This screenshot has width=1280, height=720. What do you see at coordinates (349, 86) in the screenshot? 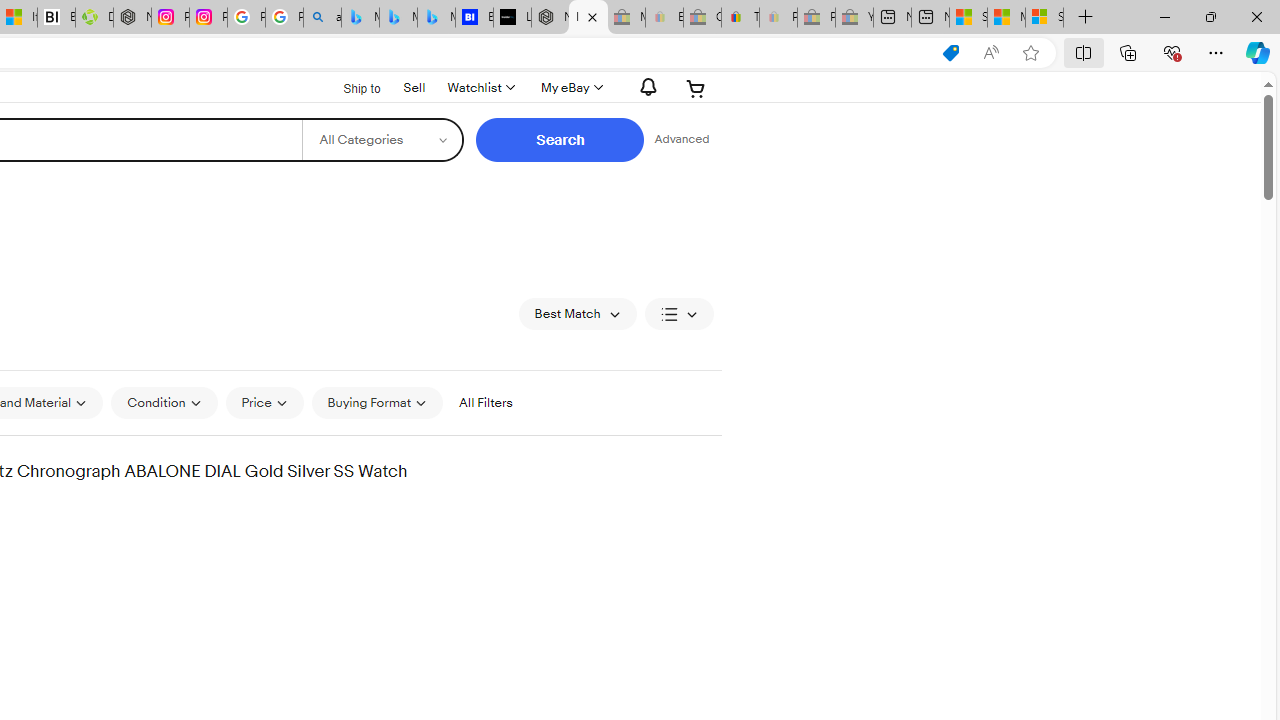
I see `'Ship to'` at bounding box center [349, 86].